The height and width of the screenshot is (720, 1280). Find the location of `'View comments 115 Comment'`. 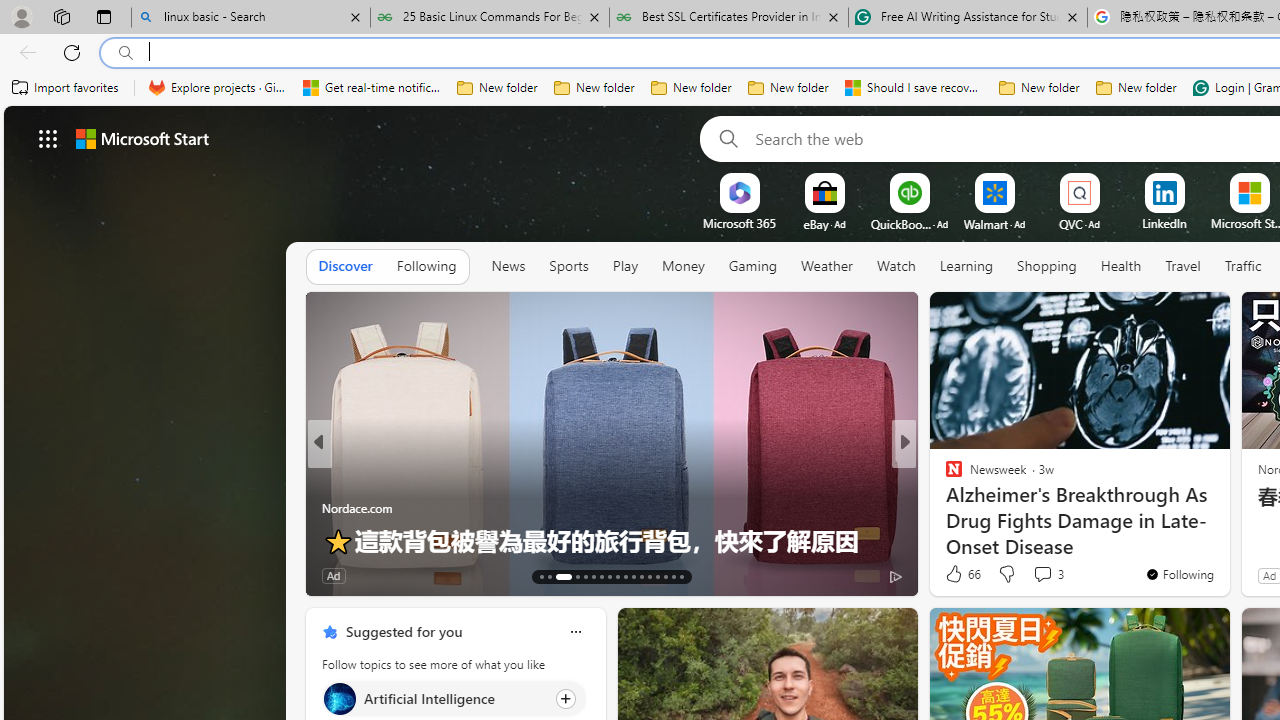

'View comments 115 Comment' is located at coordinates (1041, 575).